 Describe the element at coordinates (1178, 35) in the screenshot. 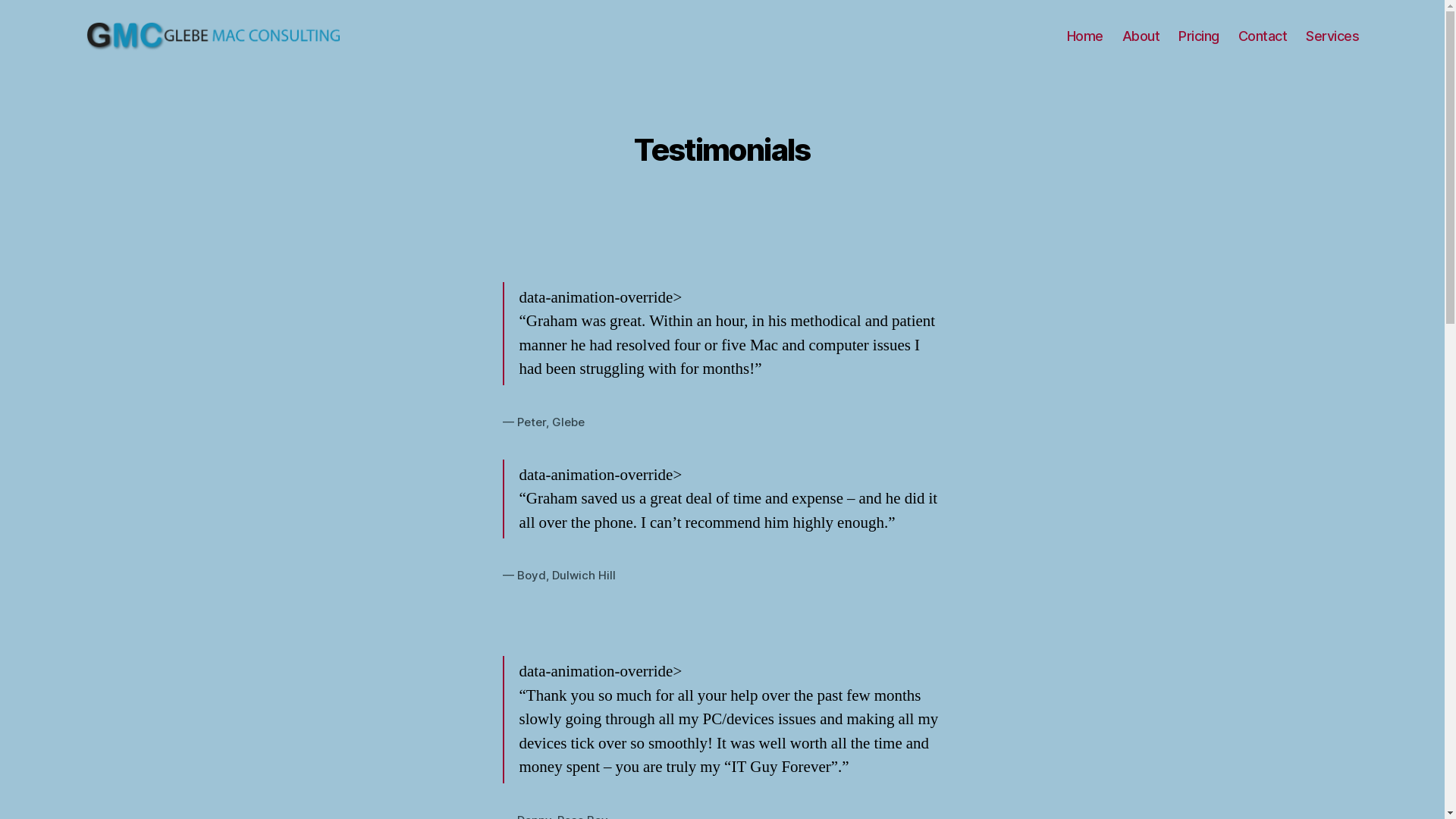

I see `'Pricing'` at that location.